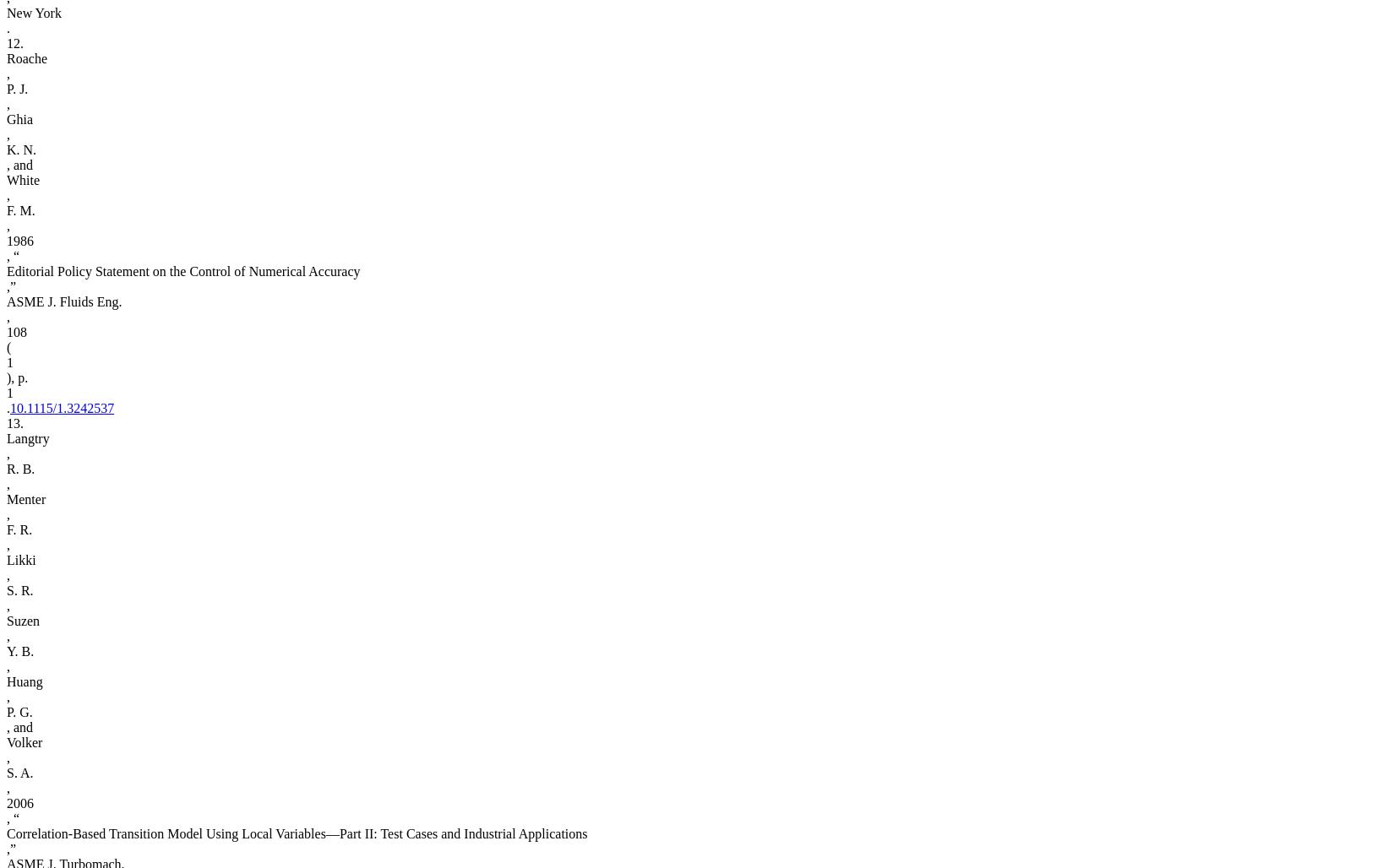 The height and width of the screenshot is (868, 1399). Describe the element at coordinates (19, 241) in the screenshot. I see `'1986'` at that location.